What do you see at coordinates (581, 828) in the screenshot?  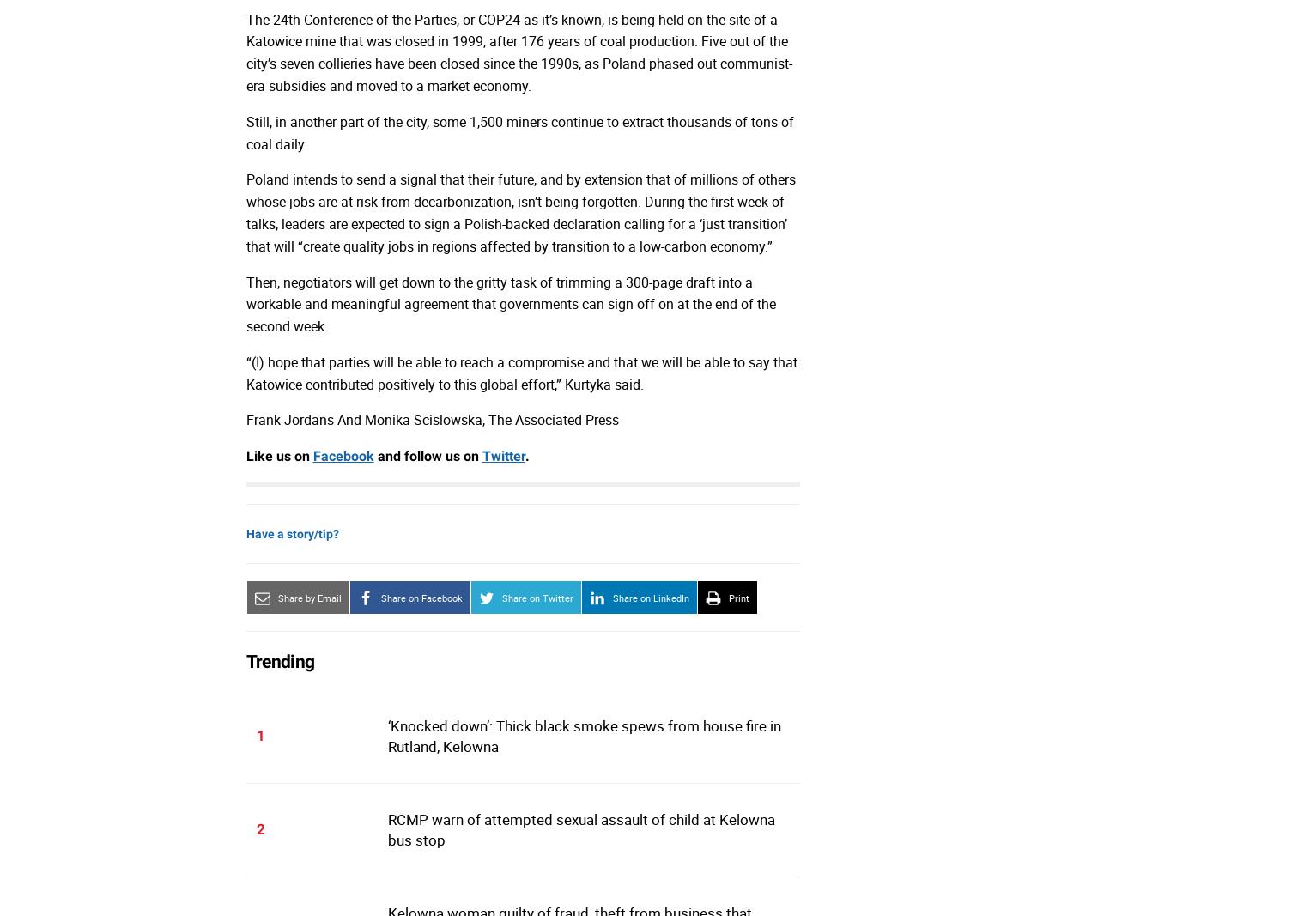 I see `'RCMP warn of attempted sexual assault of child at Kelowna bus stop'` at bounding box center [581, 828].